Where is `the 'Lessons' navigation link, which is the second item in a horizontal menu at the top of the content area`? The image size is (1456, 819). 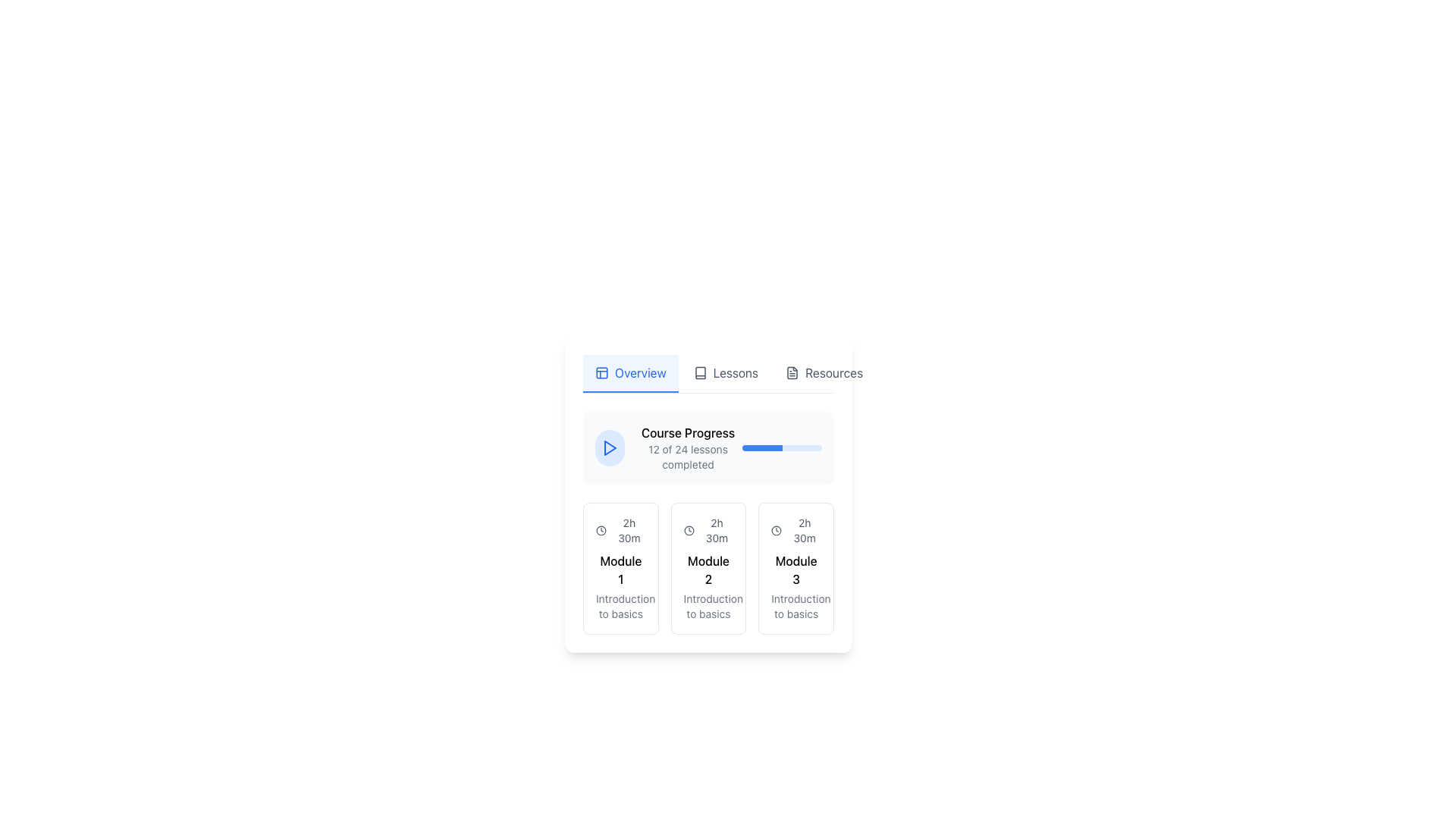 the 'Lessons' navigation link, which is the second item in a horizontal menu at the top of the content area is located at coordinates (736, 373).